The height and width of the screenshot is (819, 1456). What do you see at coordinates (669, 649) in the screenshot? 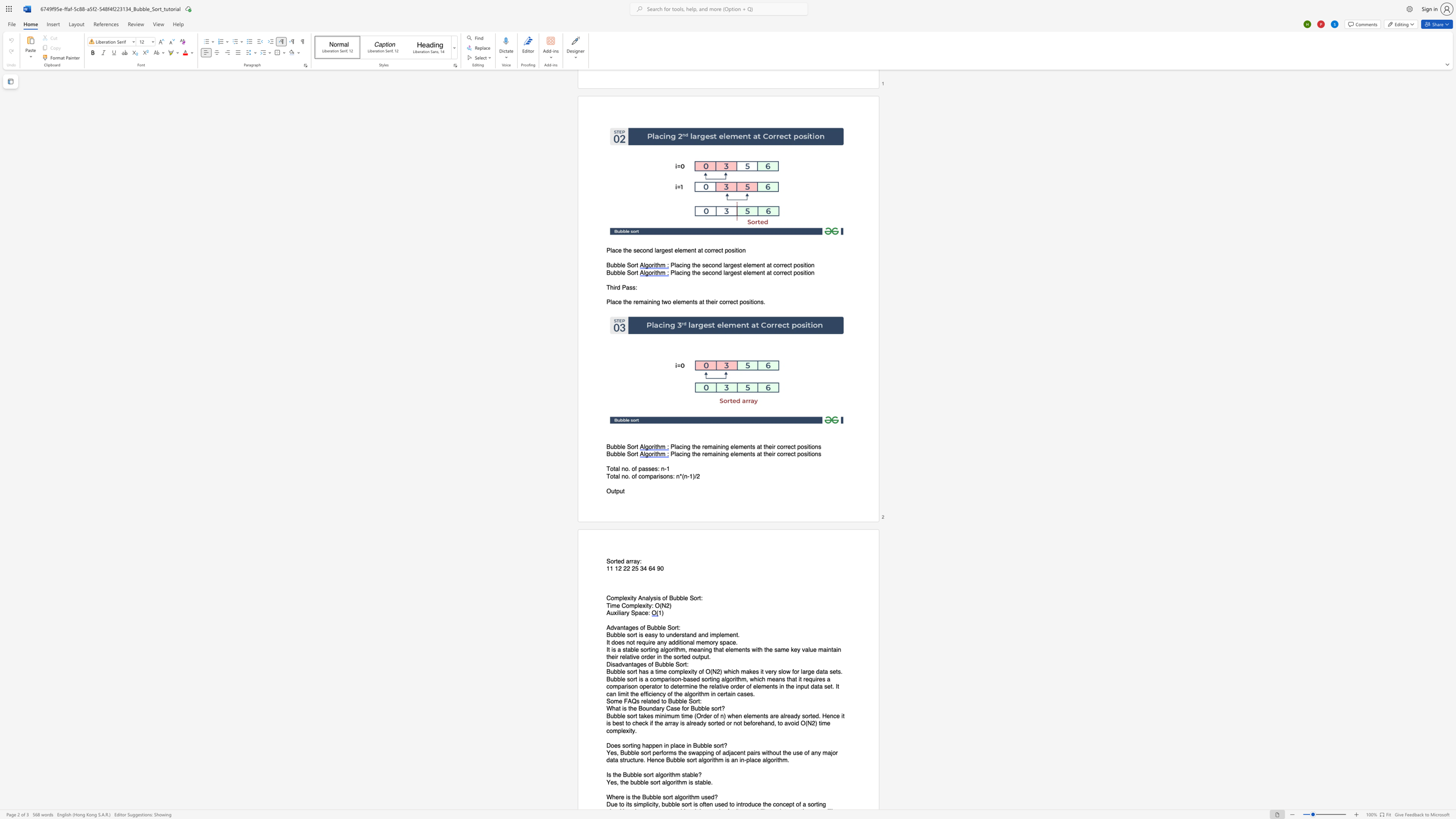
I see `the space between the continuous character "g" and "o" in the text` at bounding box center [669, 649].